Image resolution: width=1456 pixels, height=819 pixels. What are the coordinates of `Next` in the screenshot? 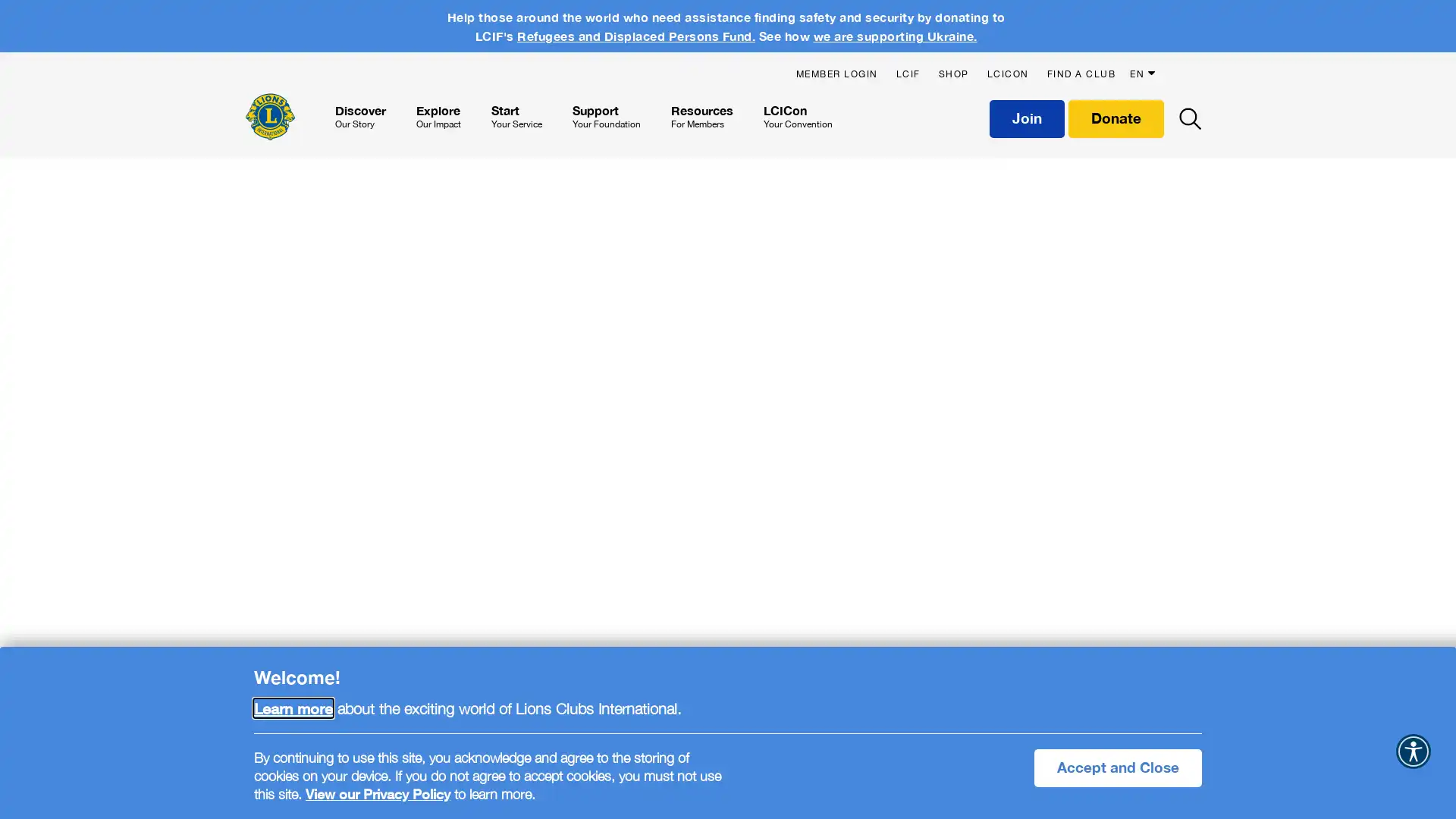 It's located at (1429, 526).